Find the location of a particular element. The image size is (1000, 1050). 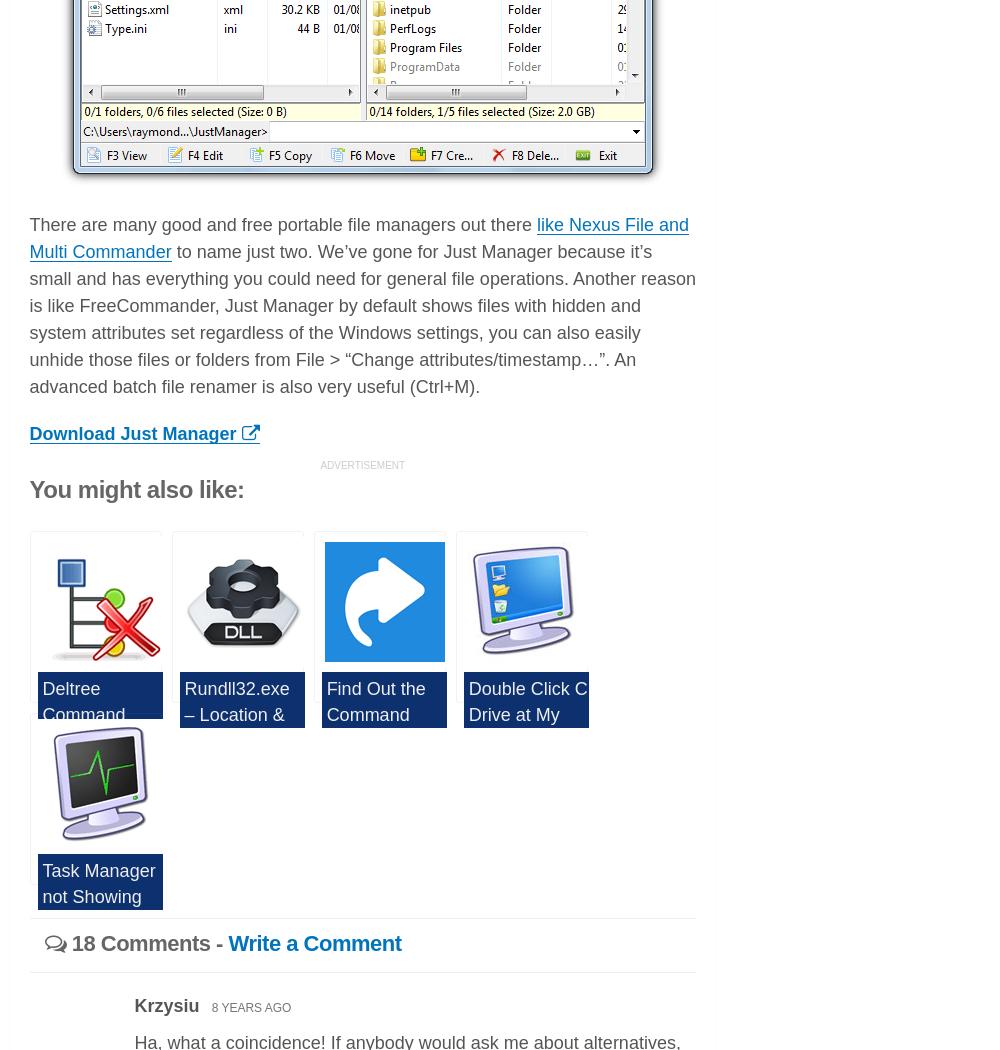

'You might also like:' is located at coordinates (136, 488).